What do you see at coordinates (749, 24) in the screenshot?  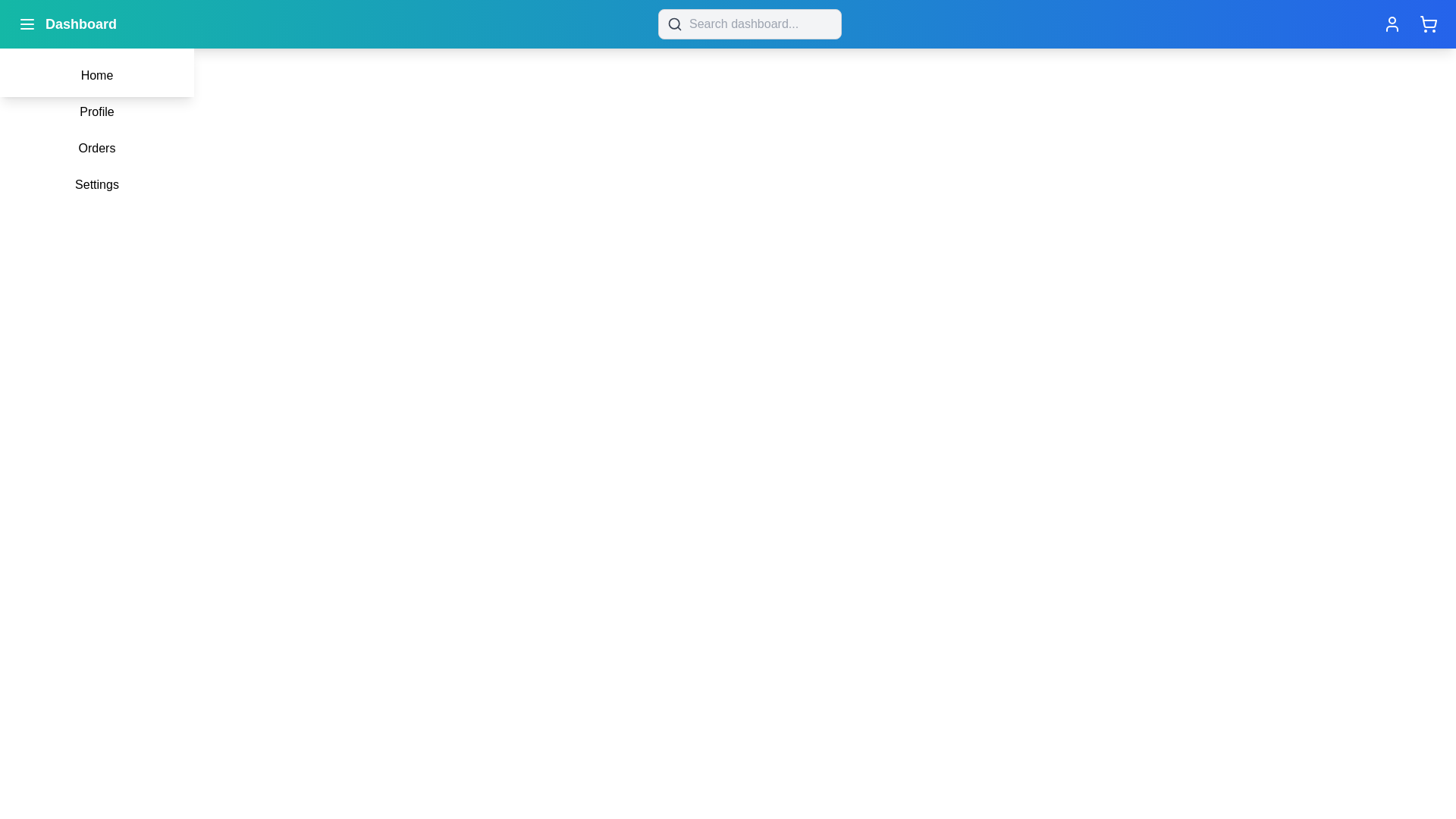 I see `the centrally positioned text input field with an icon in the header section` at bounding box center [749, 24].